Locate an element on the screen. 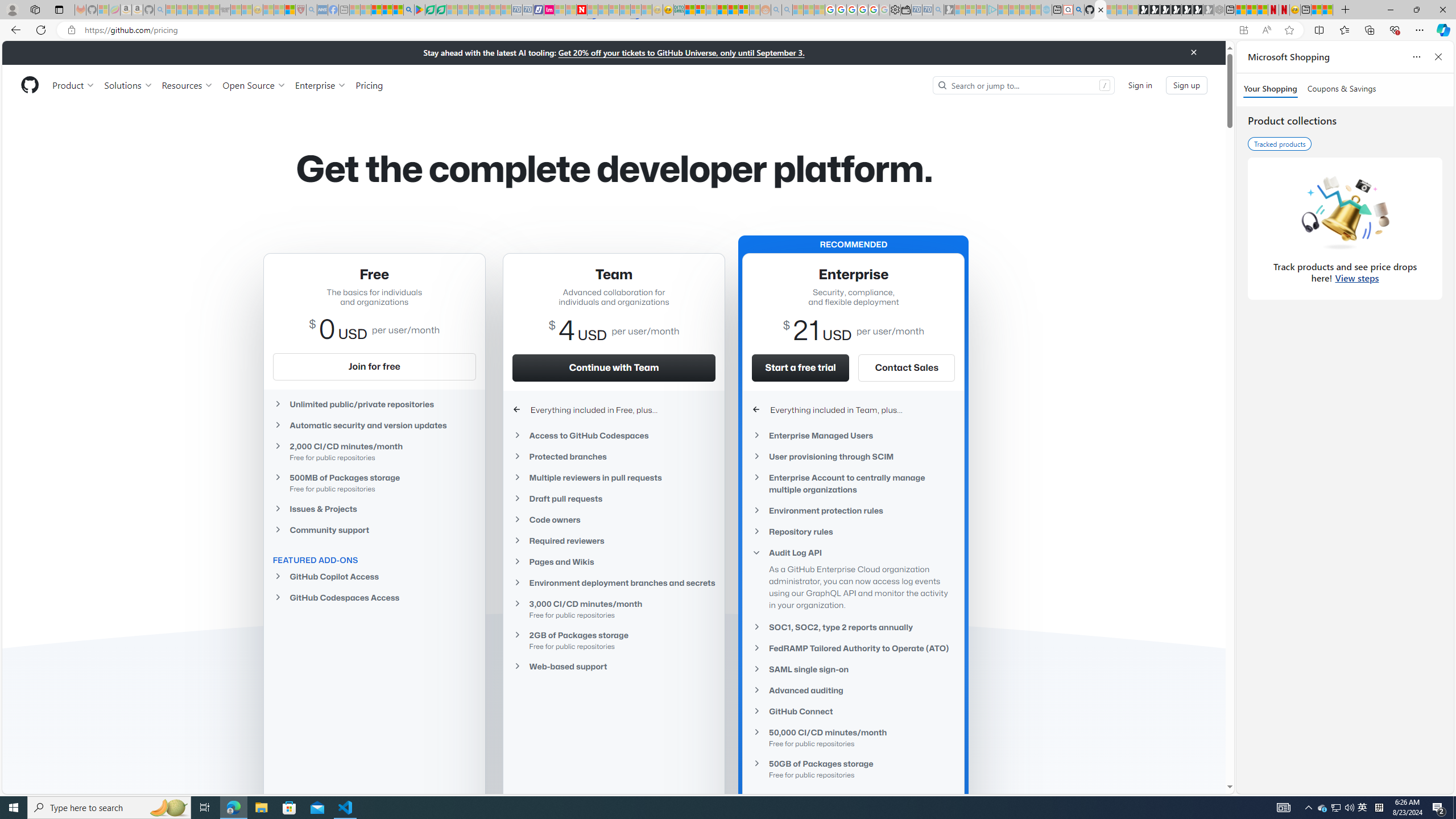  'Expert Portfolios' is located at coordinates (721, 9).